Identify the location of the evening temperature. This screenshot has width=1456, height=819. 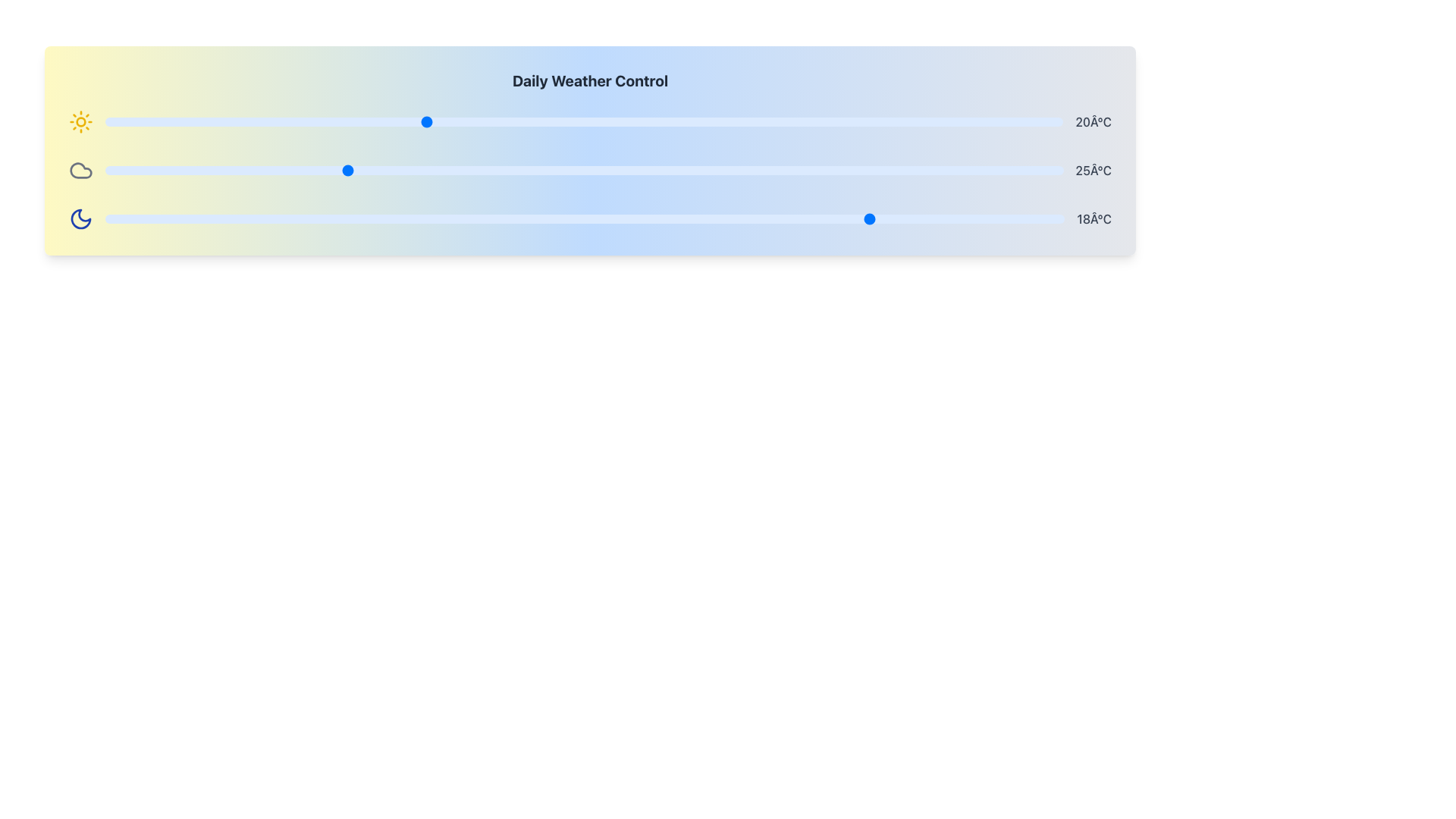
(968, 219).